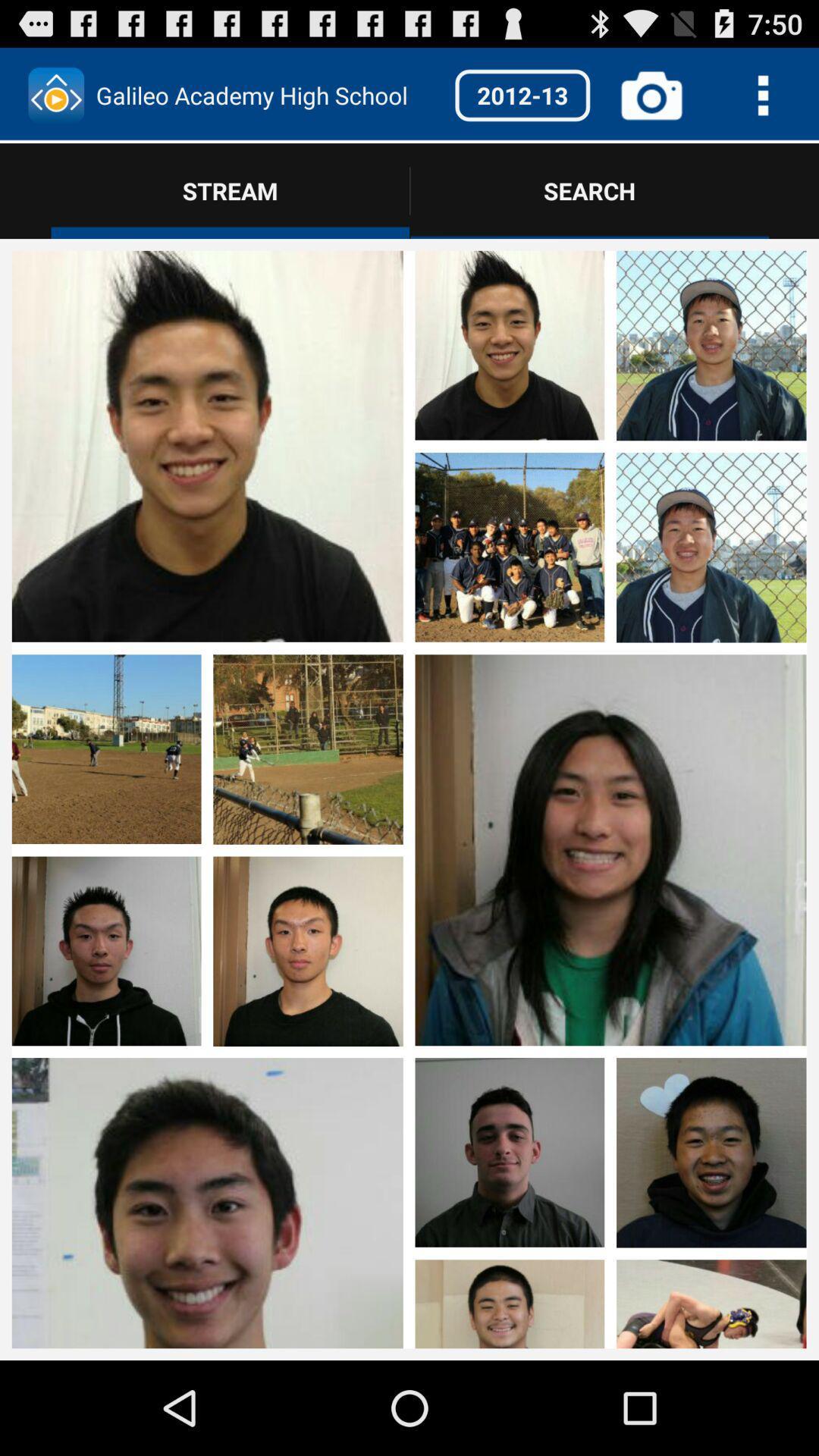 The width and height of the screenshot is (819, 1456). Describe the element at coordinates (105, 346) in the screenshot. I see `photos page` at that location.